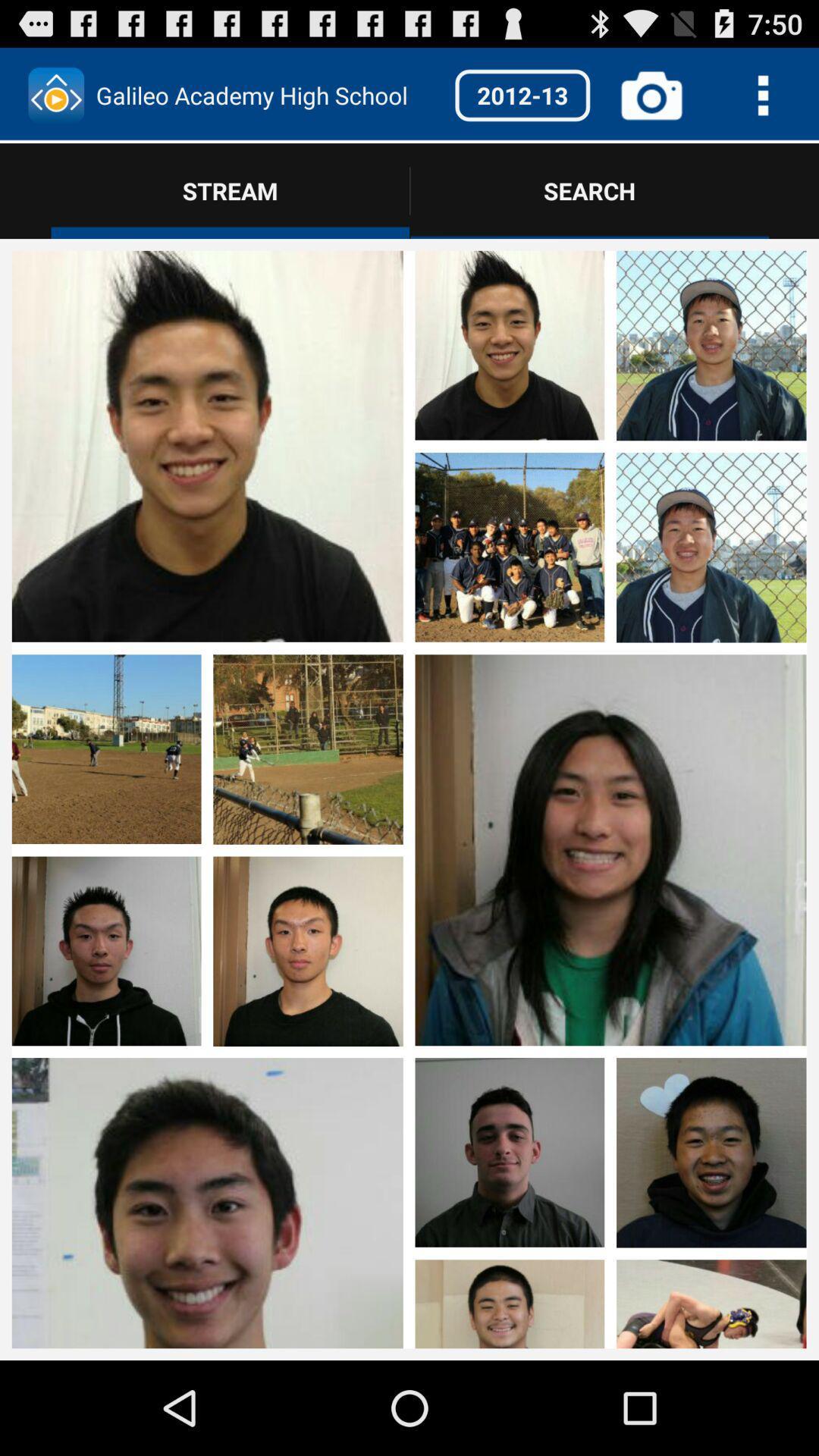 The width and height of the screenshot is (819, 1456). Describe the element at coordinates (105, 346) in the screenshot. I see `photos page` at that location.